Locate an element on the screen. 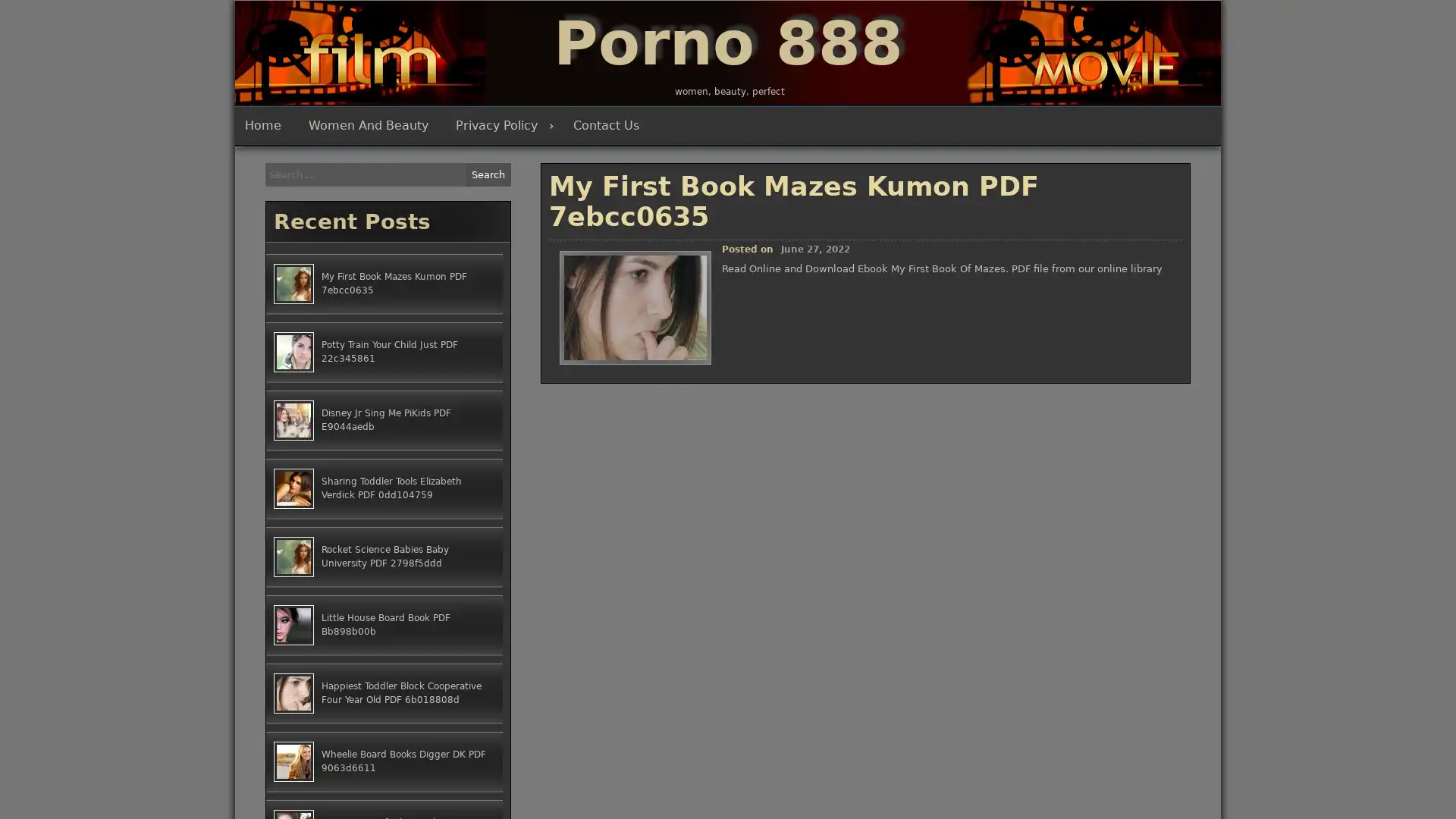 The width and height of the screenshot is (1456, 819). Search is located at coordinates (488, 174).